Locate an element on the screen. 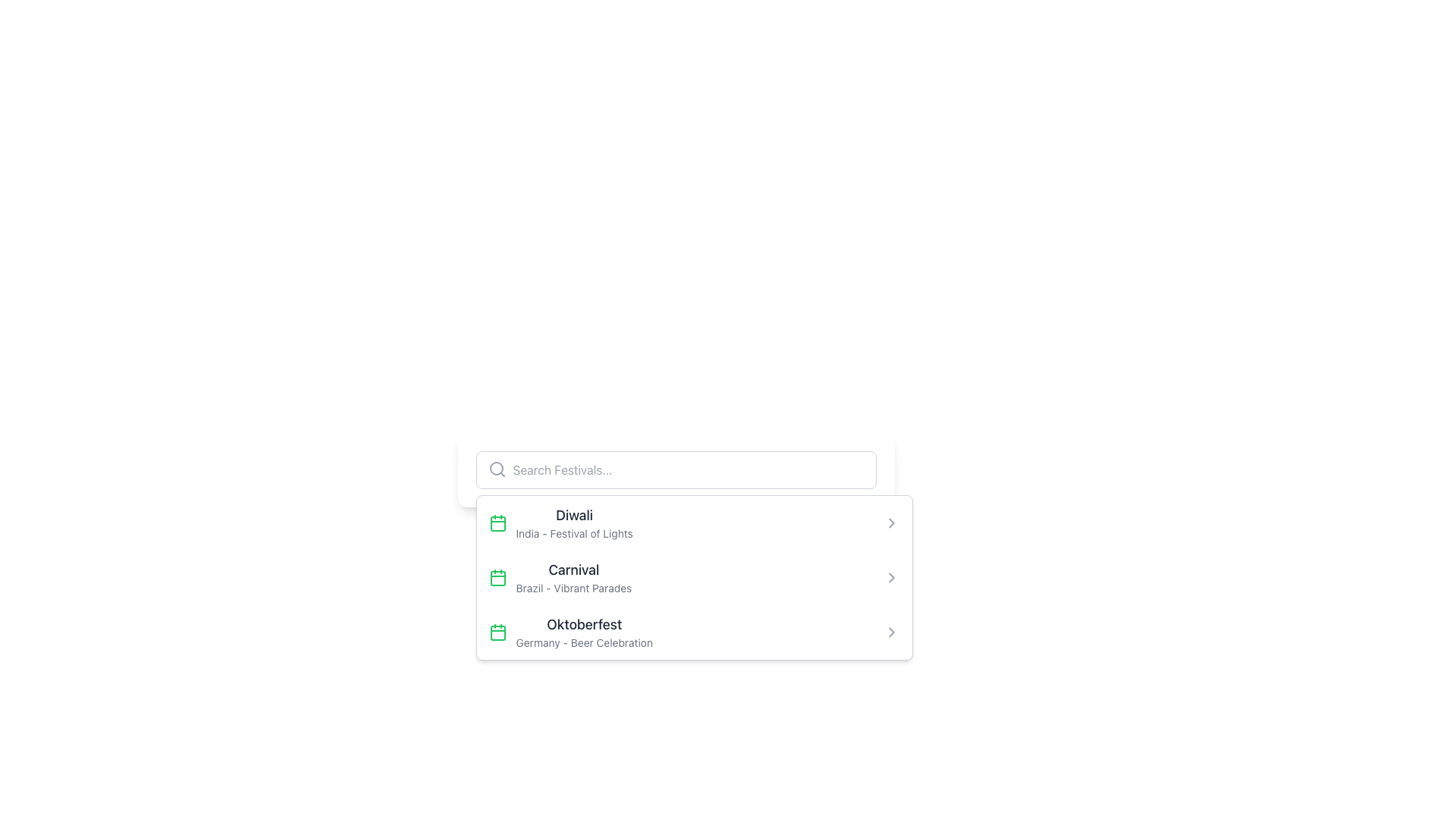 The image size is (1456, 819). the text 'Brazil - Vibrant Parades' which is styled in a smaller, light gray font and located directly below the bolded title 'Carnival' in the dropdown menu is located at coordinates (573, 587).